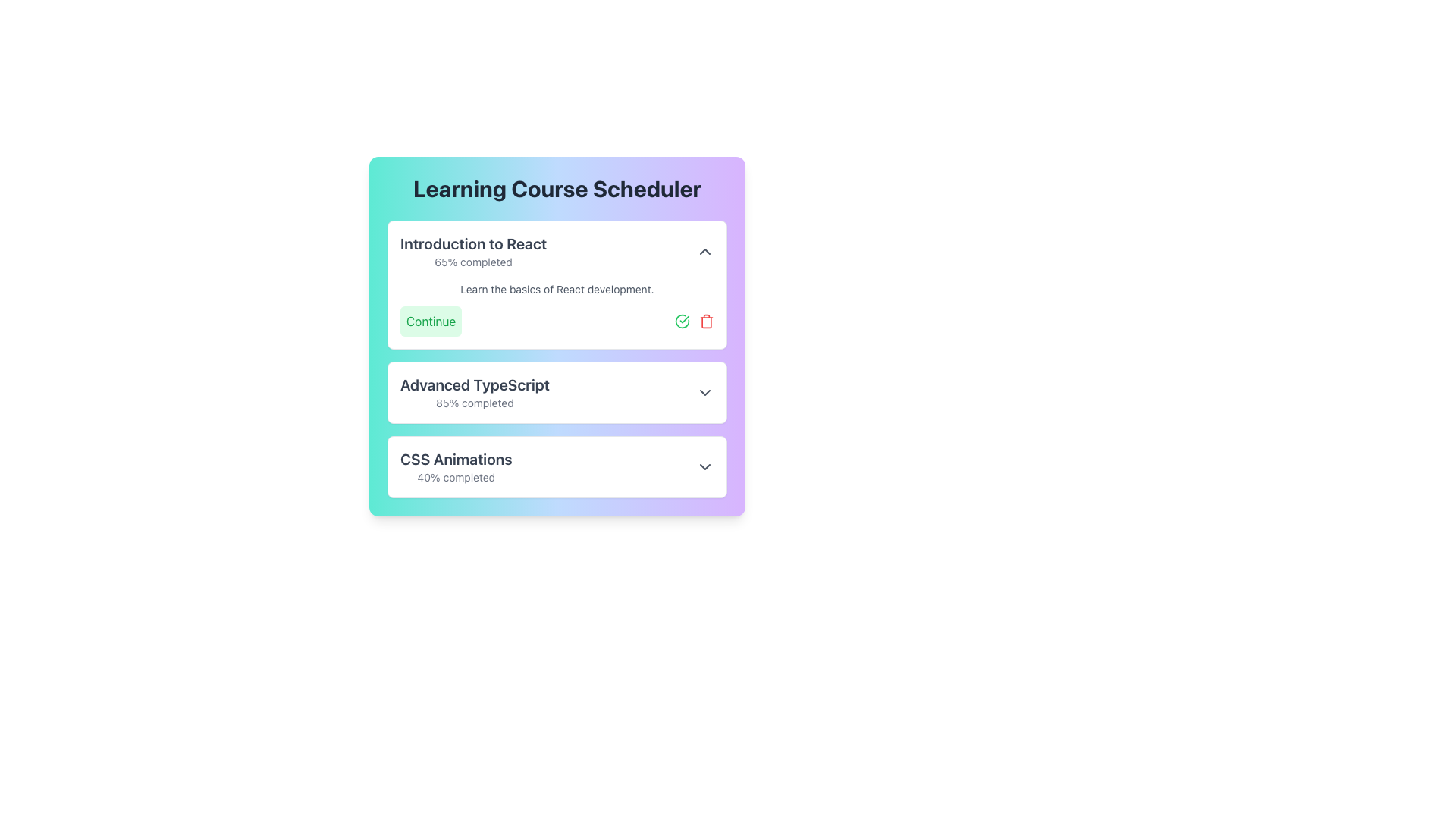  I want to click on the green circular icon with a checkmark inside, located in the 'Introduction to React' section, under the 'Learning Course Scheduler' heading, so click(682, 321).